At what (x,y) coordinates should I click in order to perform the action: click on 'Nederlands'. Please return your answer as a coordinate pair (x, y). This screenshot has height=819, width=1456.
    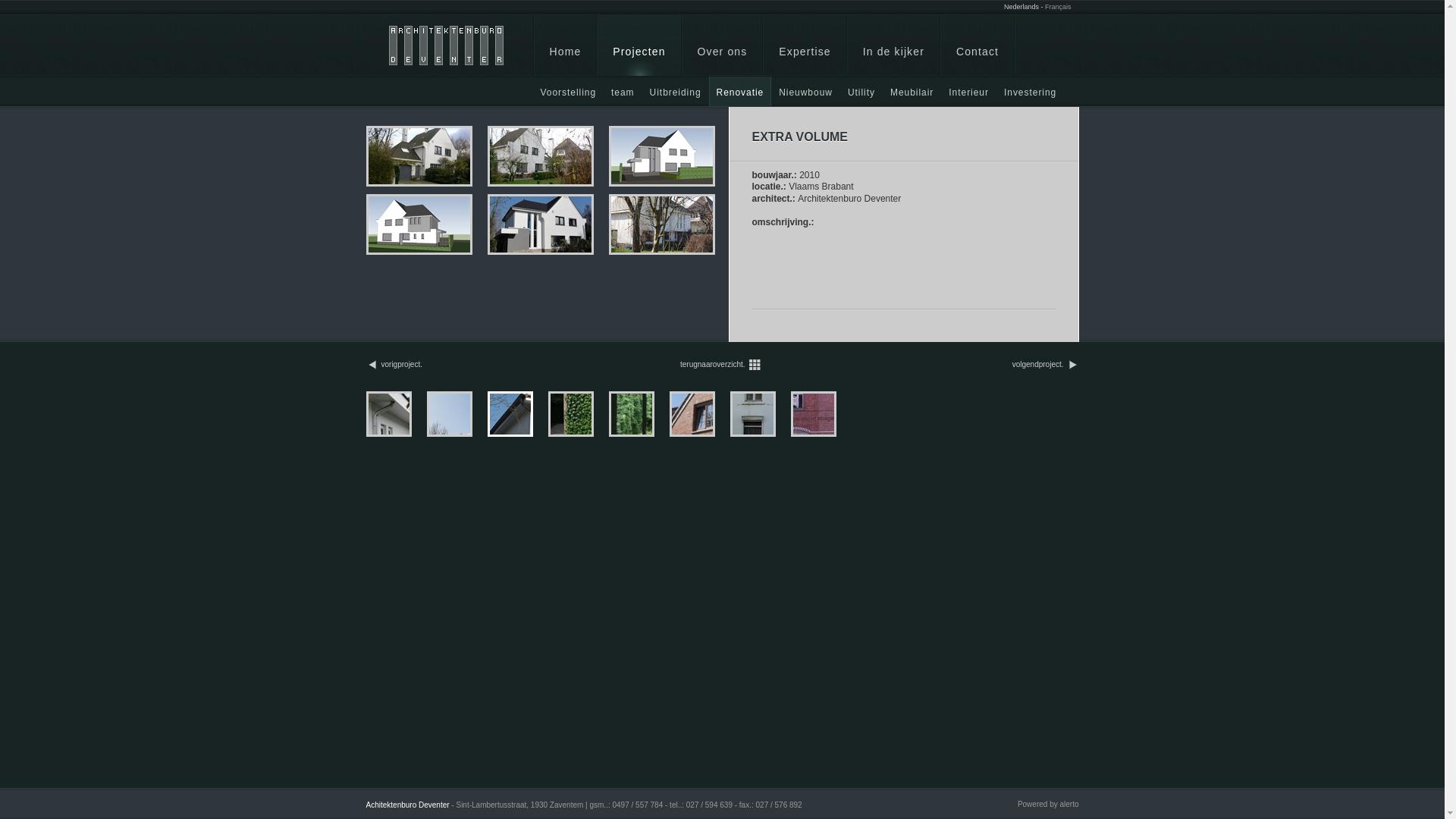
    Looking at the image, I should click on (1021, 6).